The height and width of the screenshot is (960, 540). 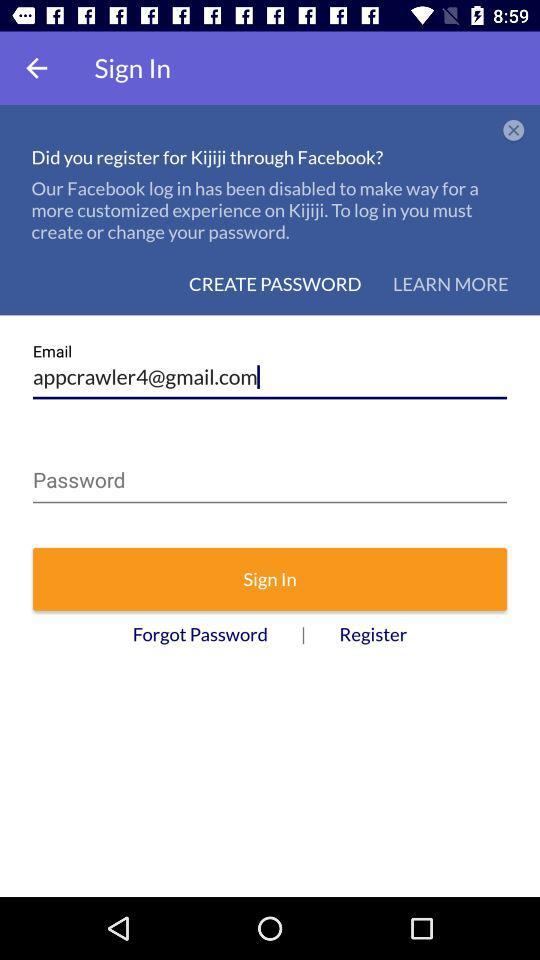 I want to click on the icon below our facebook log icon, so click(x=450, y=283).